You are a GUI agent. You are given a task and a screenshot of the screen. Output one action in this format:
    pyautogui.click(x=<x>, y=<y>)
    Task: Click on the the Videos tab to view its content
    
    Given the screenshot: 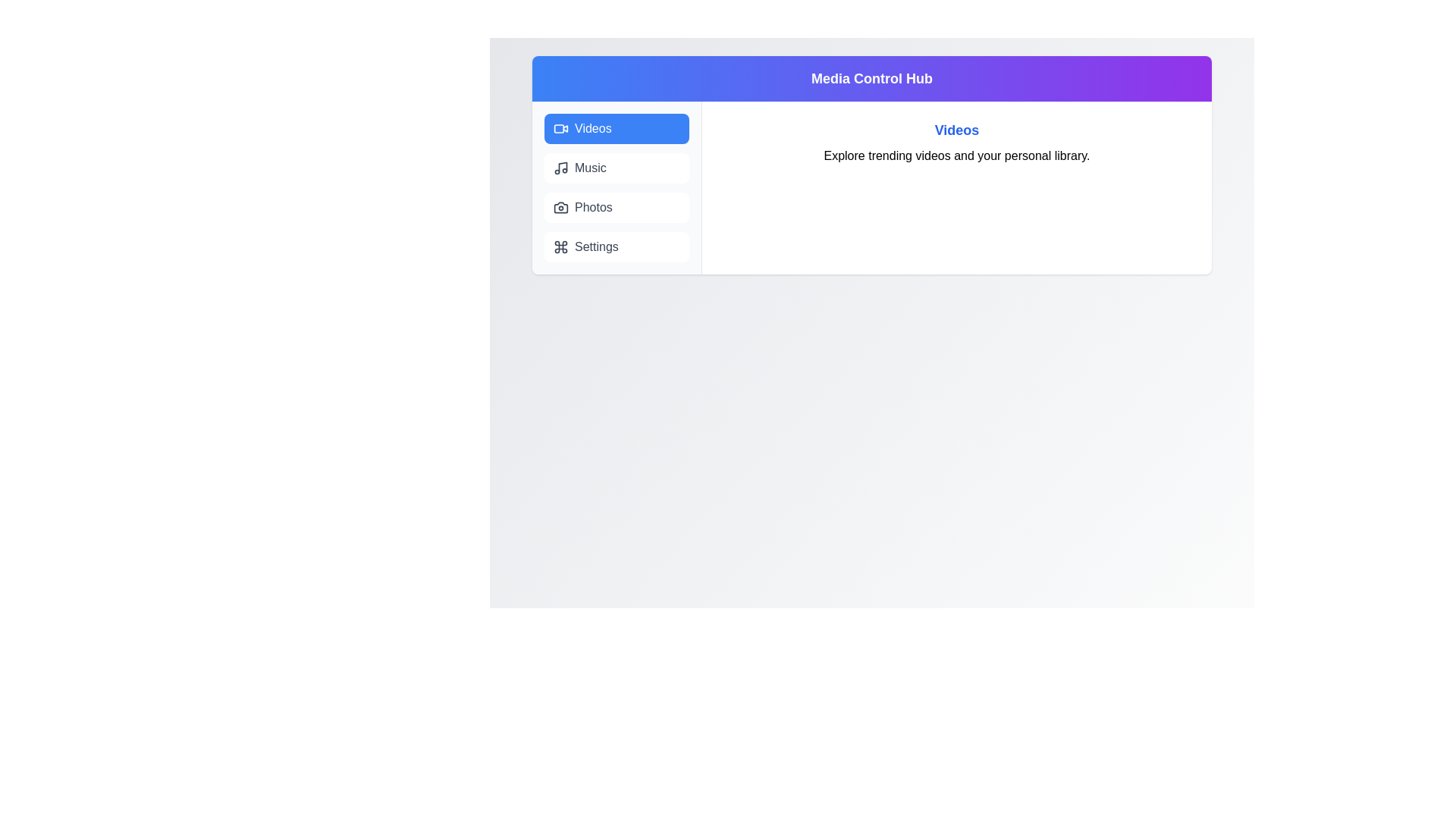 What is the action you would take?
    pyautogui.click(x=617, y=127)
    